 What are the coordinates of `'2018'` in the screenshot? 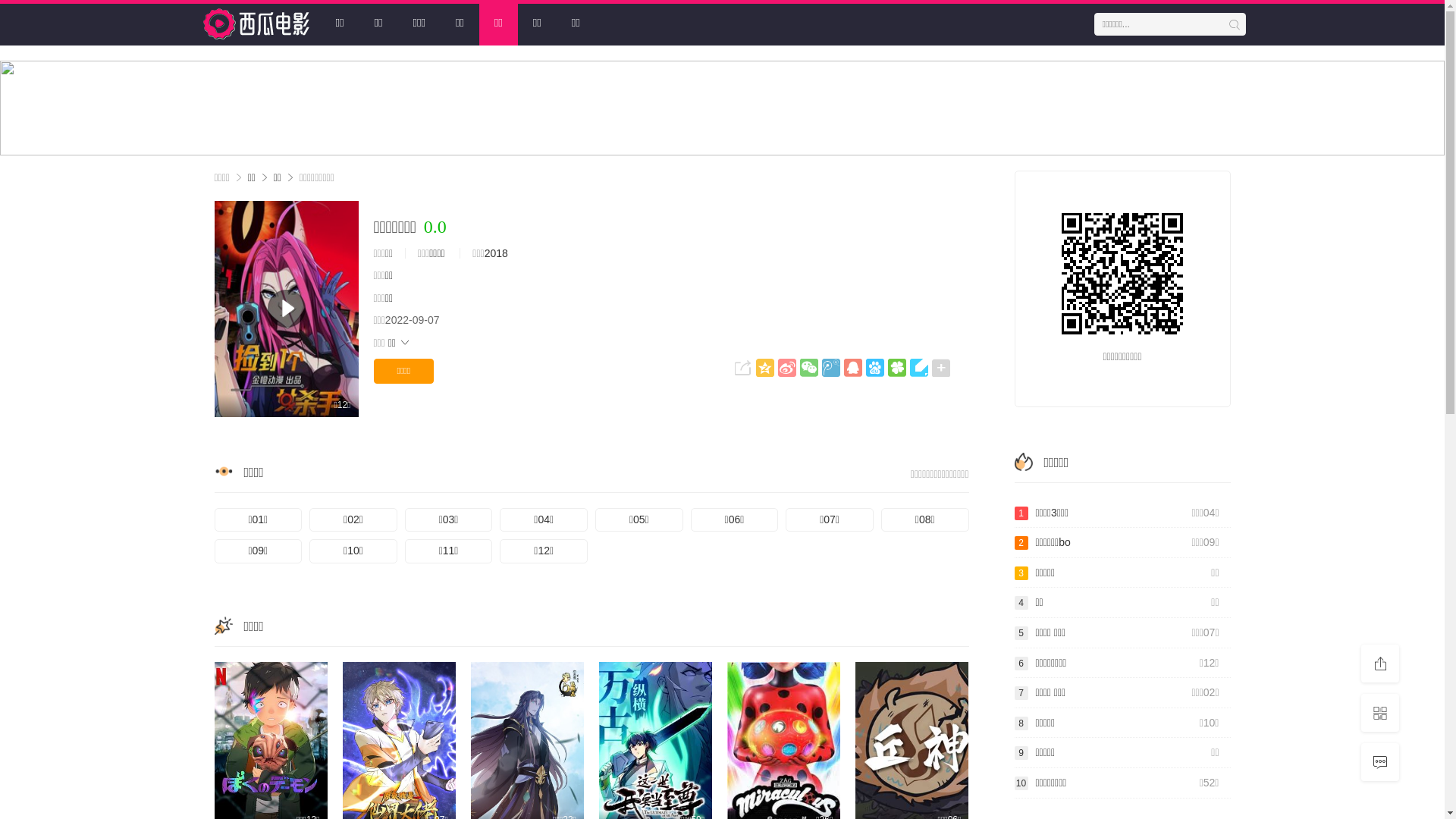 It's located at (483, 253).